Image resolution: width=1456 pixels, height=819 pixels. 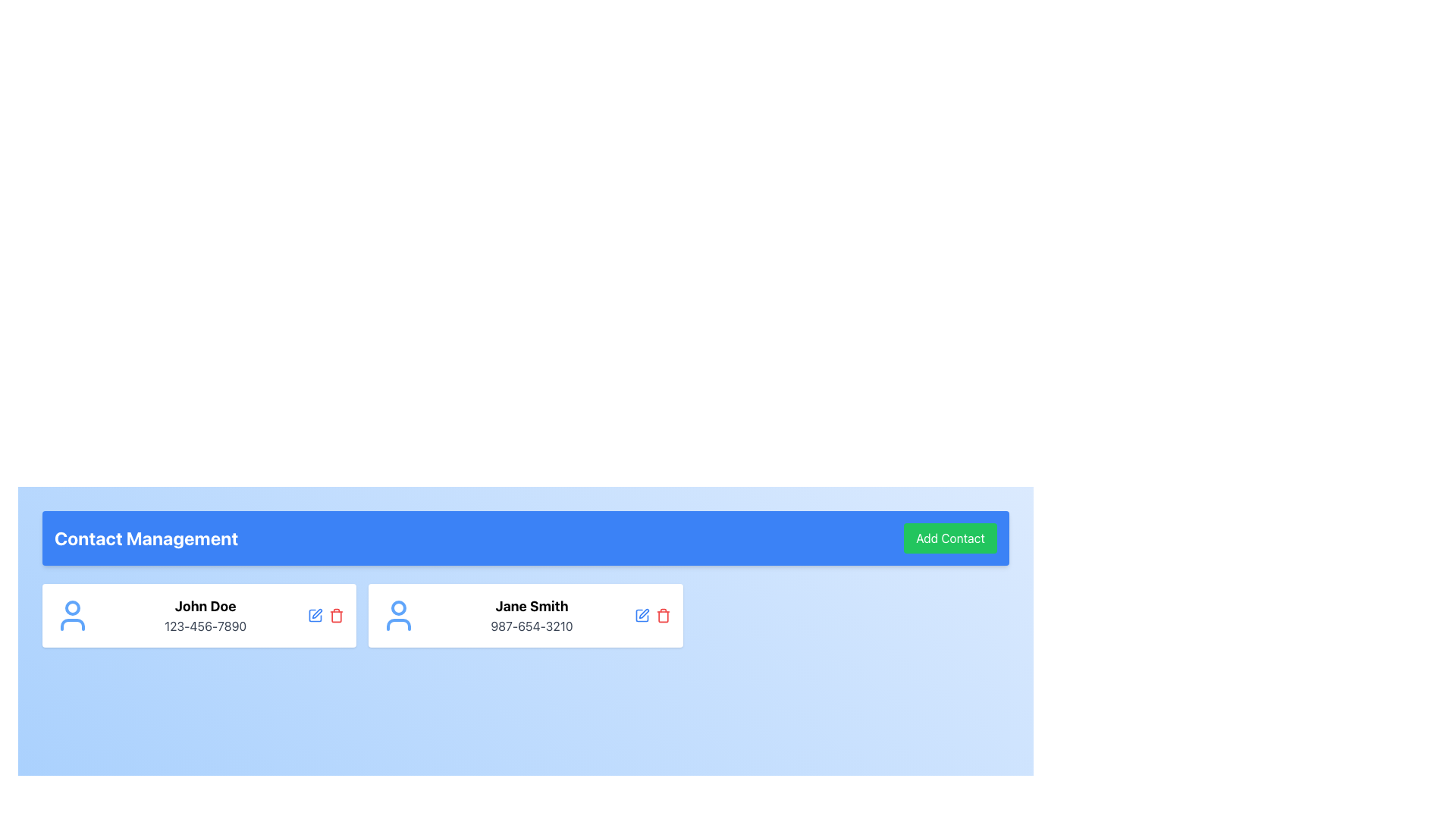 What do you see at coordinates (663, 616) in the screenshot?
I see `the red trash can icon in the 'Contact Management' section associated with the contact 'Jane Smith'` at bounding box center [663, 616].